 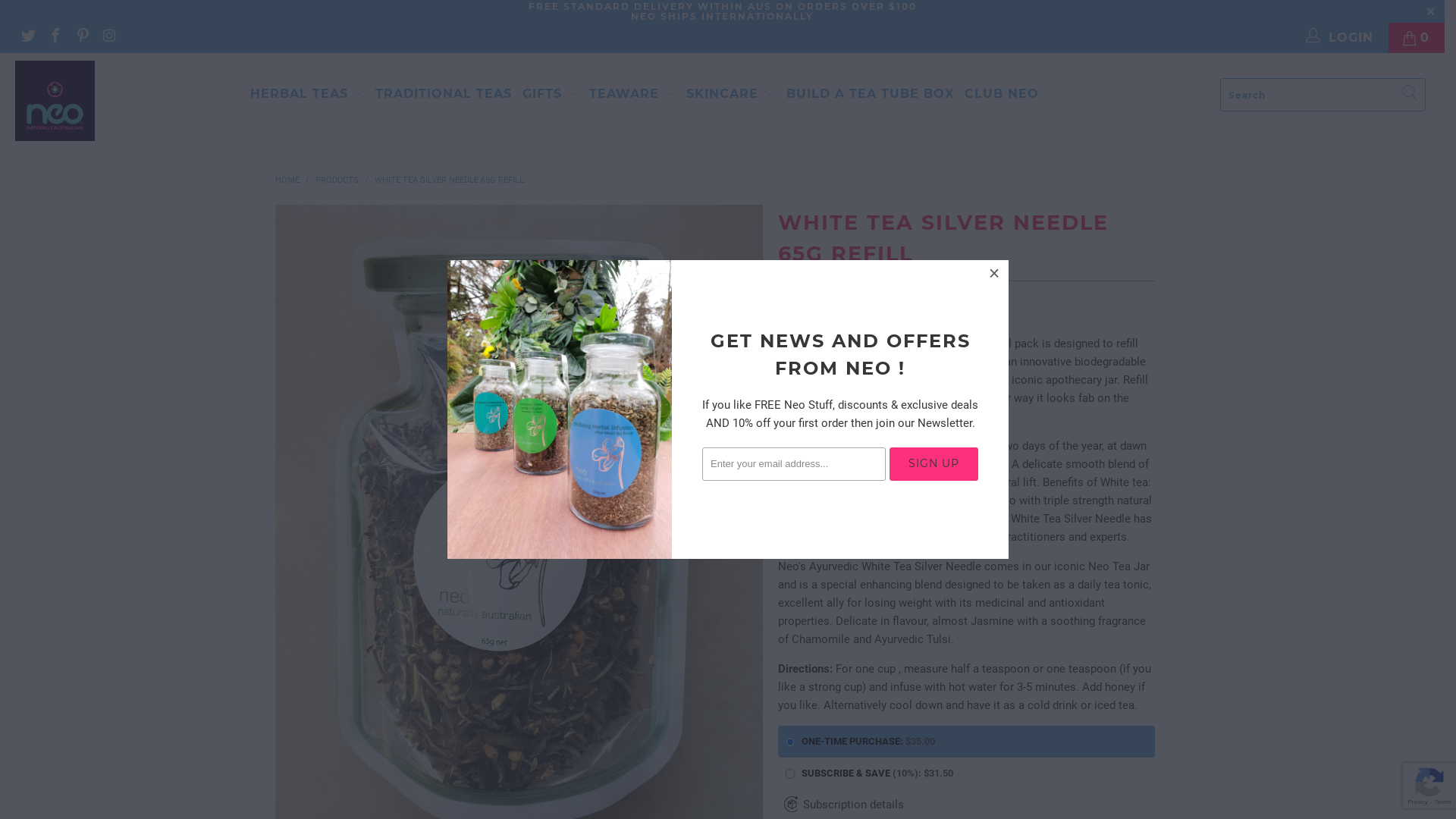 What do you see at coordinates (448, 179) in the screenshot?
I see `'WHITE TEA SILVER NEEDLE 65G REFILL'` at bounding box center [448, 179].